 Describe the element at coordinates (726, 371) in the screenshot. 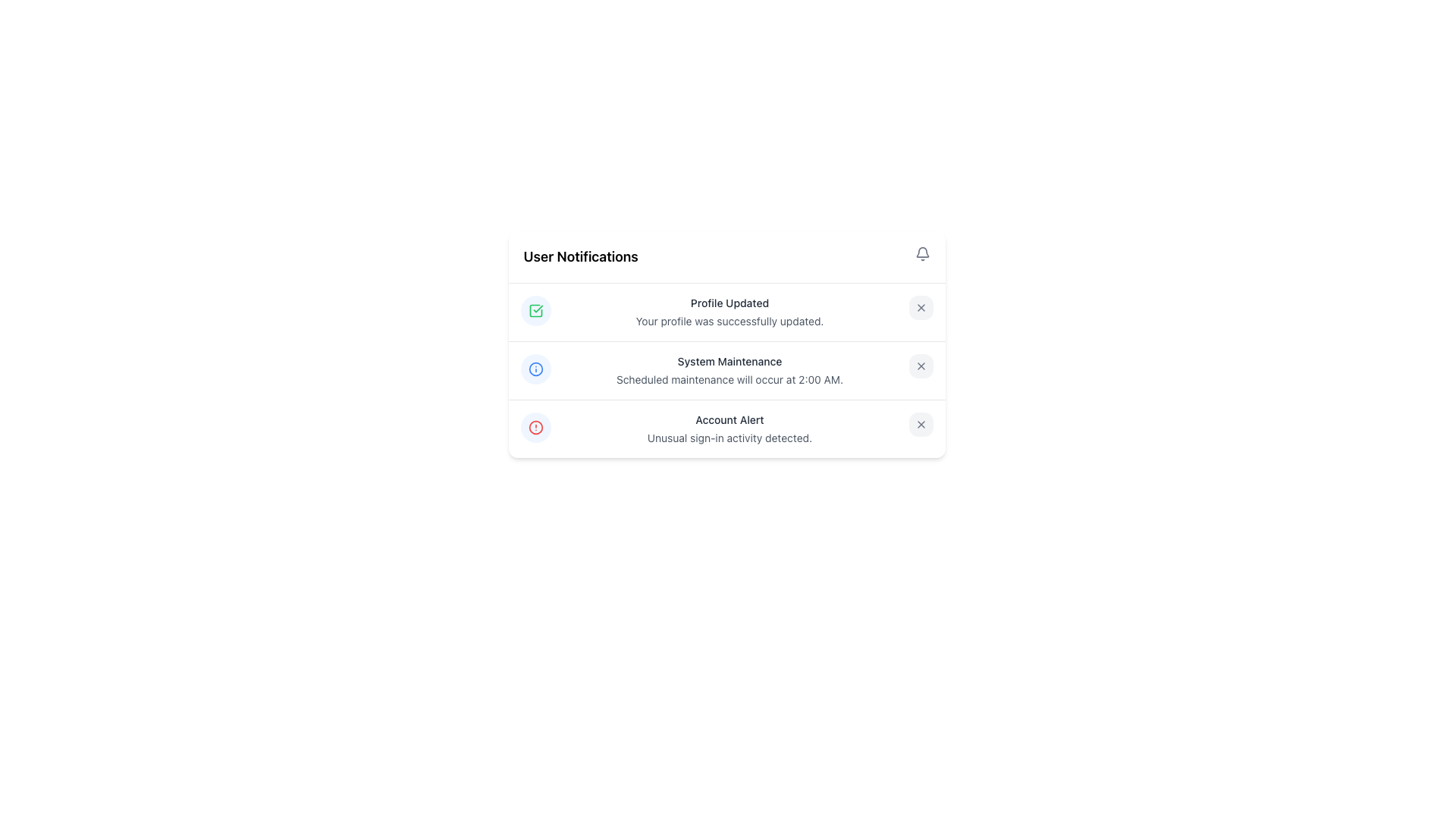

I see `the second notification element in the 'User Notifications' section for further interaction` at that location.